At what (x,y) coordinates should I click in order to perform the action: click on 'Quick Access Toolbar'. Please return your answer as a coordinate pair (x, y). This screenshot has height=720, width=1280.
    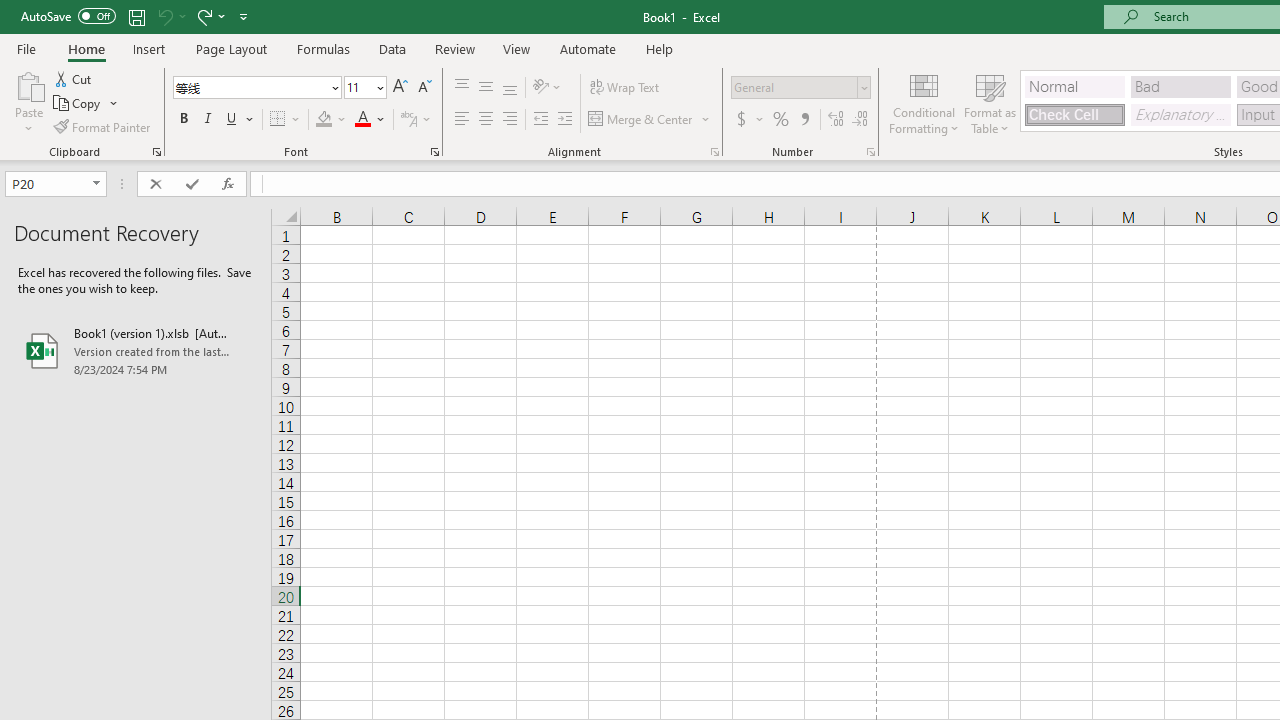
    Looking at the image, I should click on (135, 16).